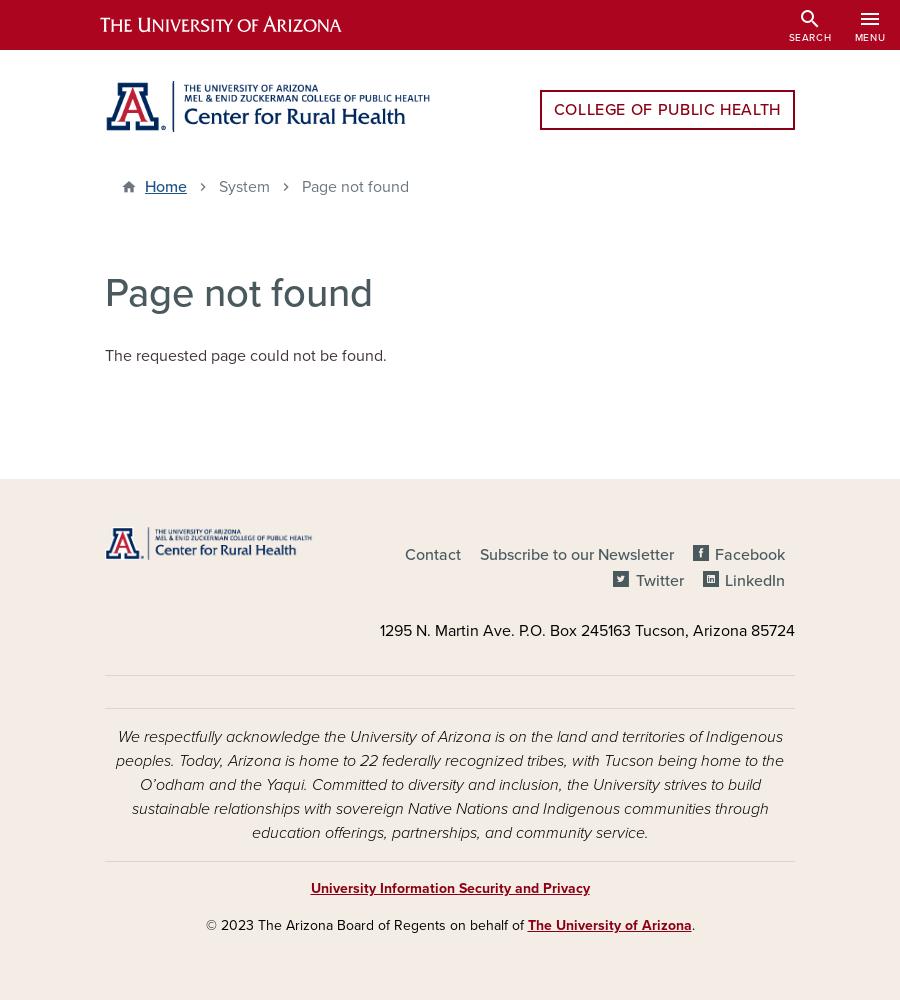 The height and width of the screenshot is (1000, 900). What do you see at coordinates (666, 109) in the screenshot?
I see `'College of Public Health'` at bounding box center [666, 109].